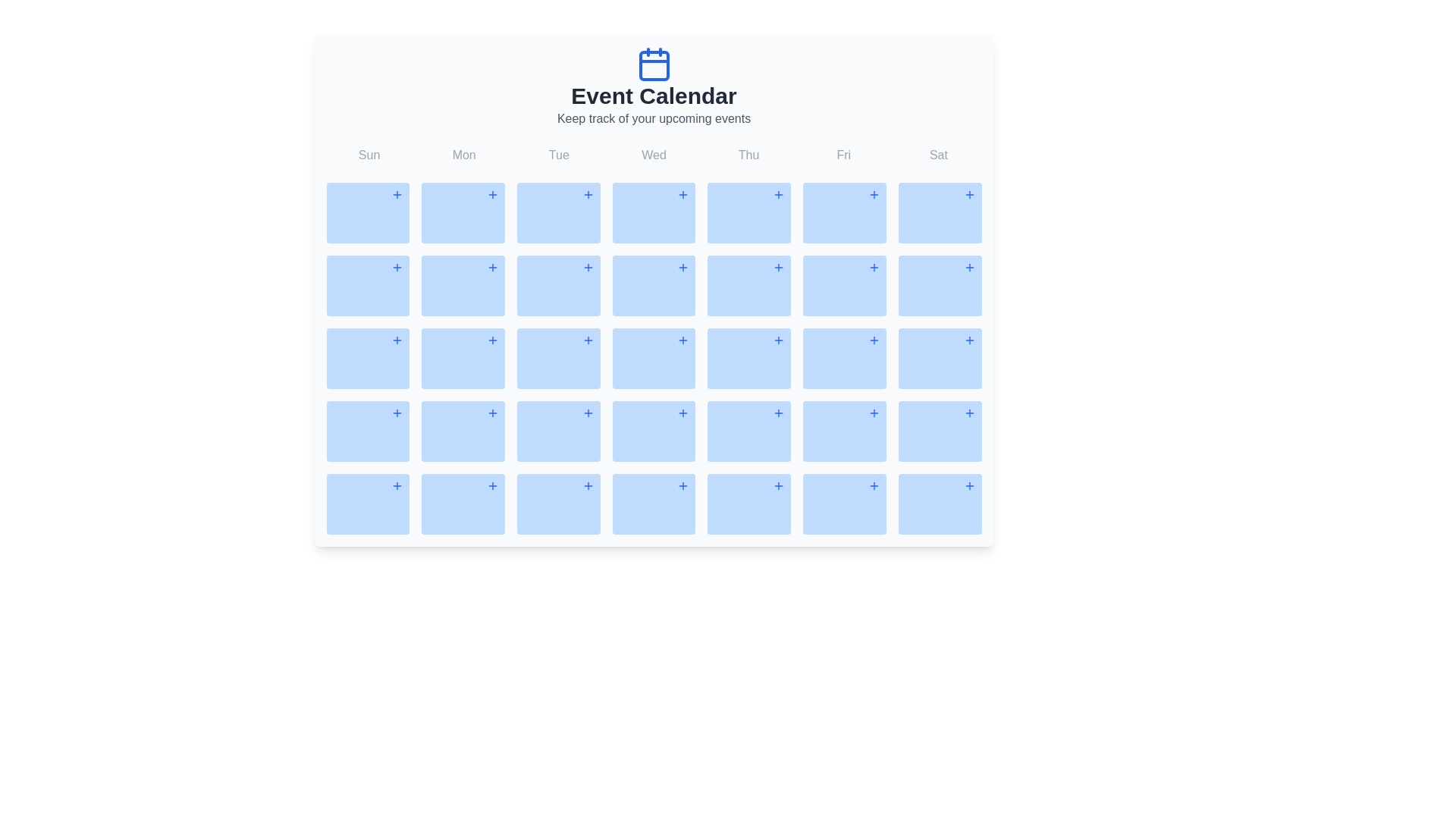  I want to click on the static label row element that serves as the calendar header, which denotes the days of the week, located below the 'Event Calendar' header, so click(654, 155).